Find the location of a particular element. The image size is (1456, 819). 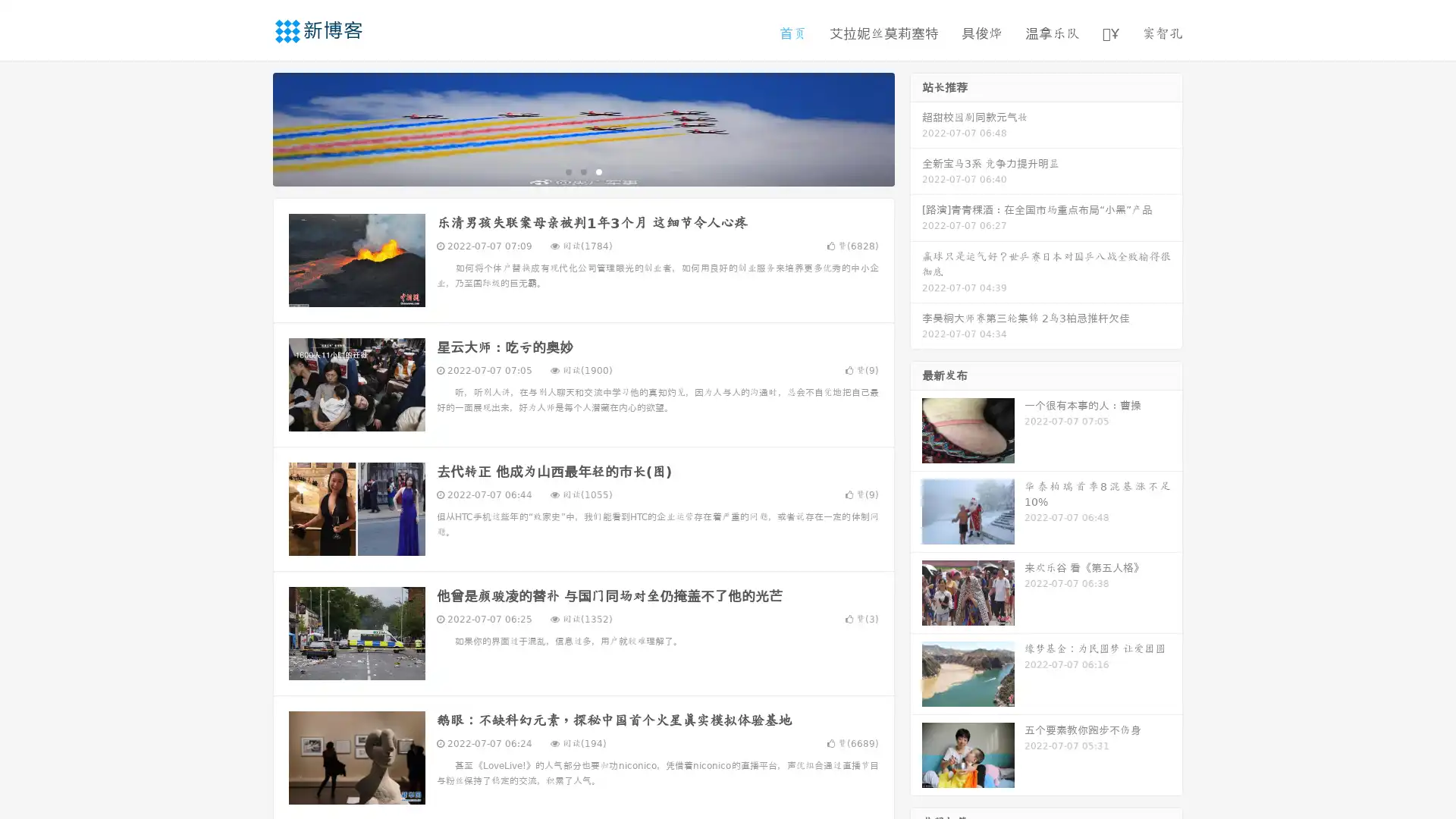

Go to slide 3 is located at coordinates (598, 171).